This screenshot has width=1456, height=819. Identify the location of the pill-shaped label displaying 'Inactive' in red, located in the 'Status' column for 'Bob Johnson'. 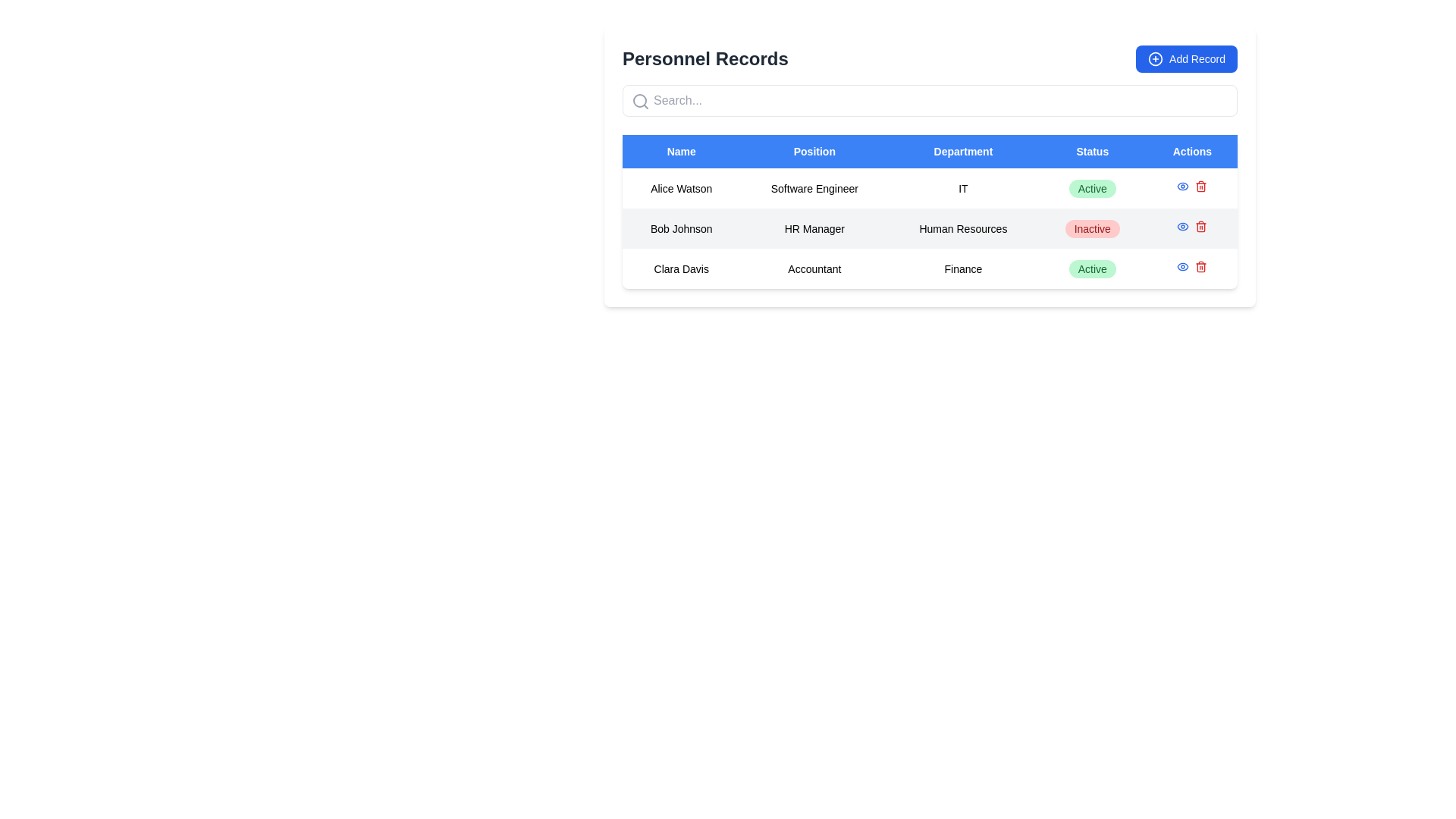
(1092, 228).